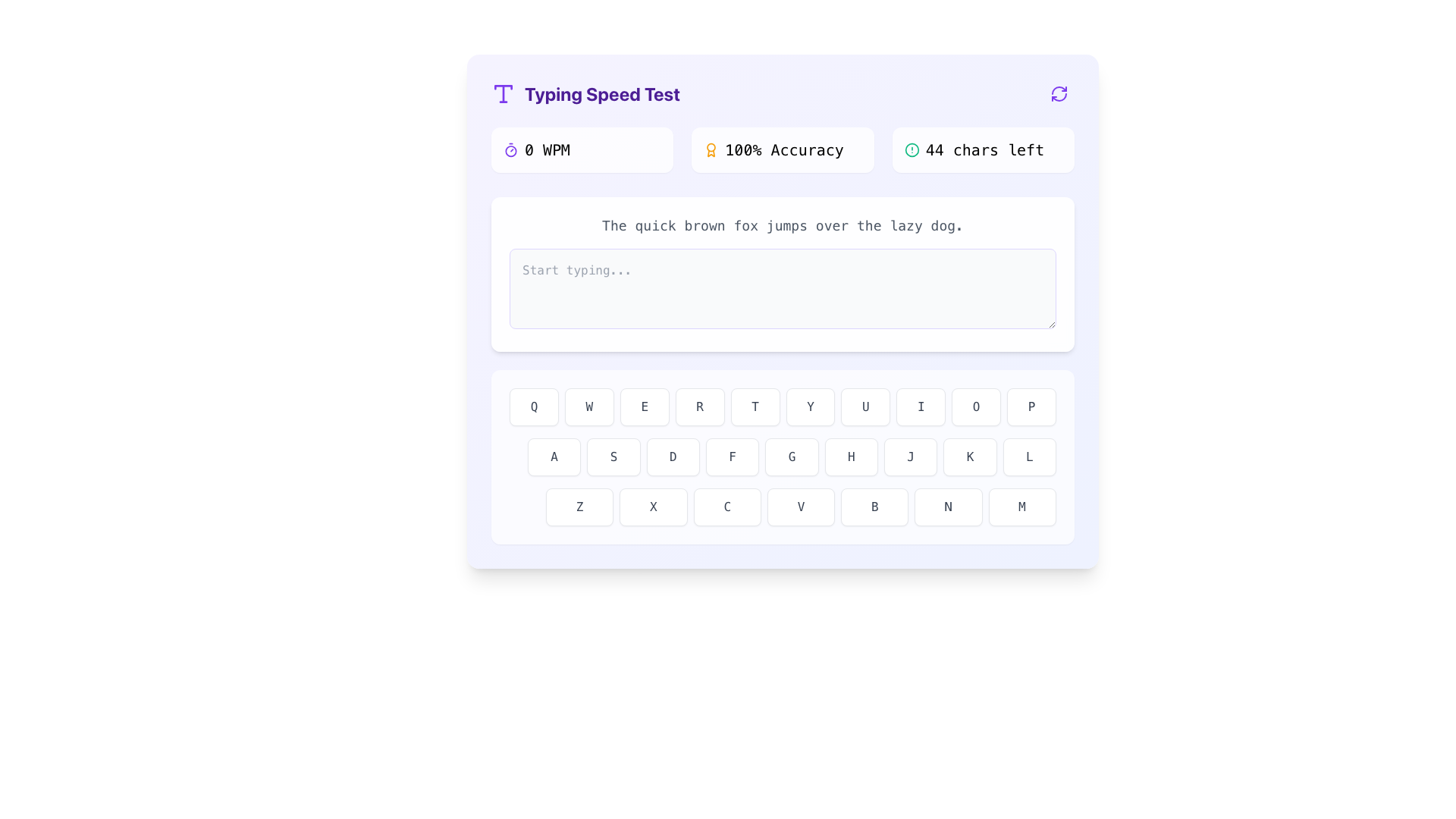  I want to click on the virtual keyboard key labeled 'O', which is the ninth button in the second row of the keyboard layout, positioned between 'I' and 'P', so click(976, 406).